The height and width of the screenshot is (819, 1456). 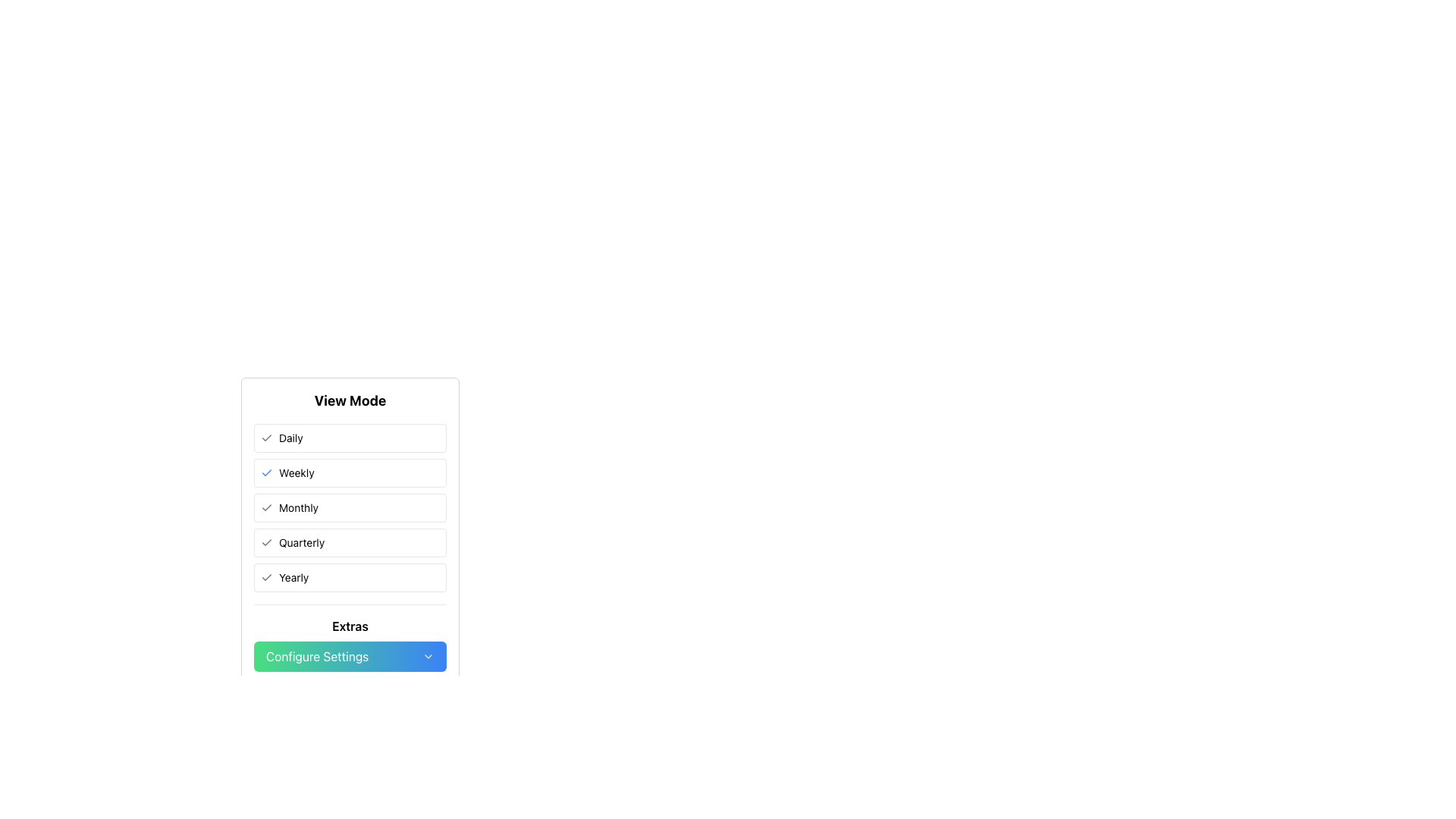 I want to click on the 'Daily' text label which is positioned to the right of the checkbox in the topmost option of the 'View Mode' section, so click(x=290, y=438).